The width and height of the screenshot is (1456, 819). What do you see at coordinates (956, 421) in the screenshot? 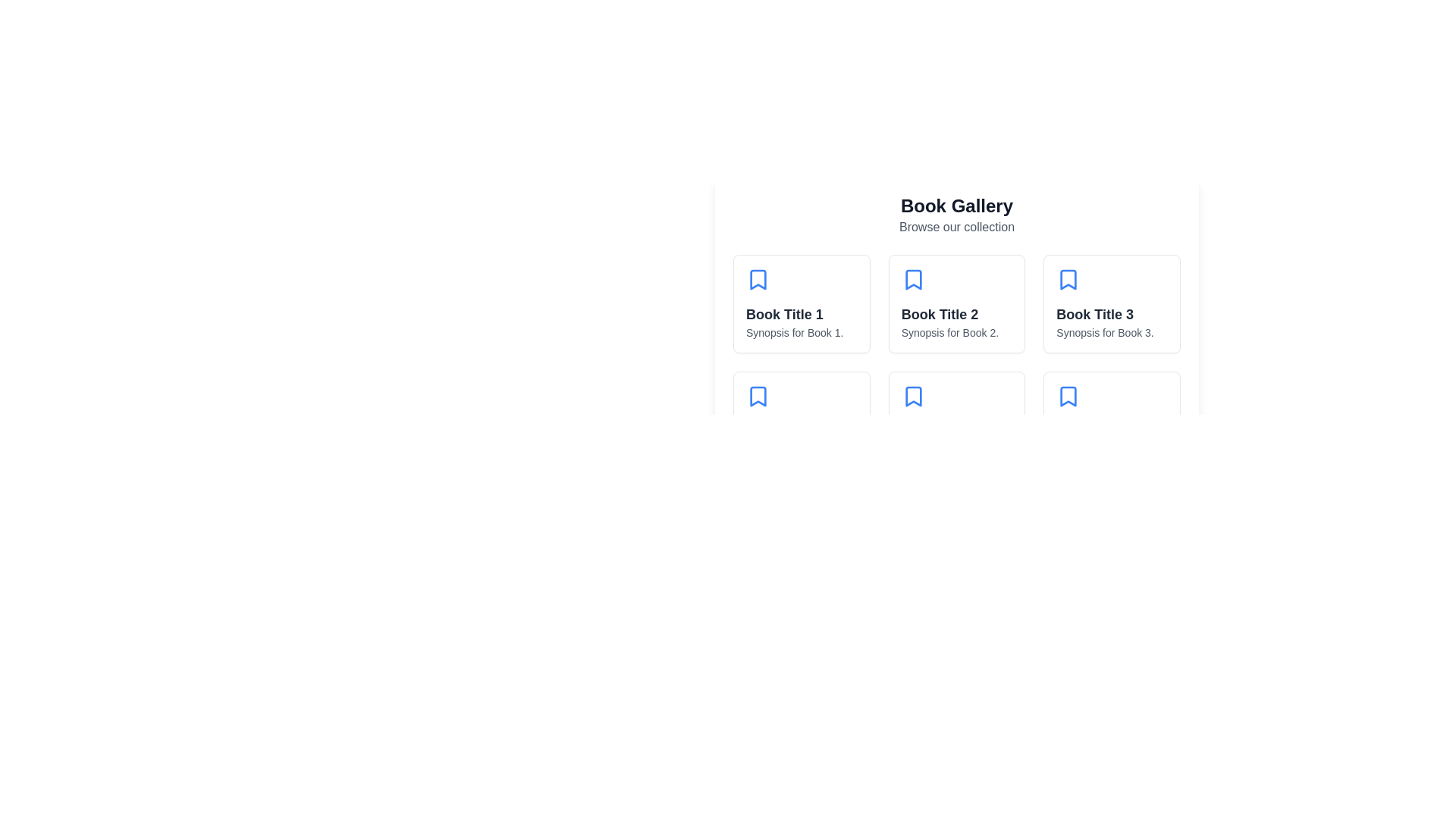
I see `book title and synopsis from the book card located in the second row and second column of the grid layout, positioned below 'Book Title 2' and next to 'Book Title 4' and 'Book Title 6'` at bounding box center [956, 421].